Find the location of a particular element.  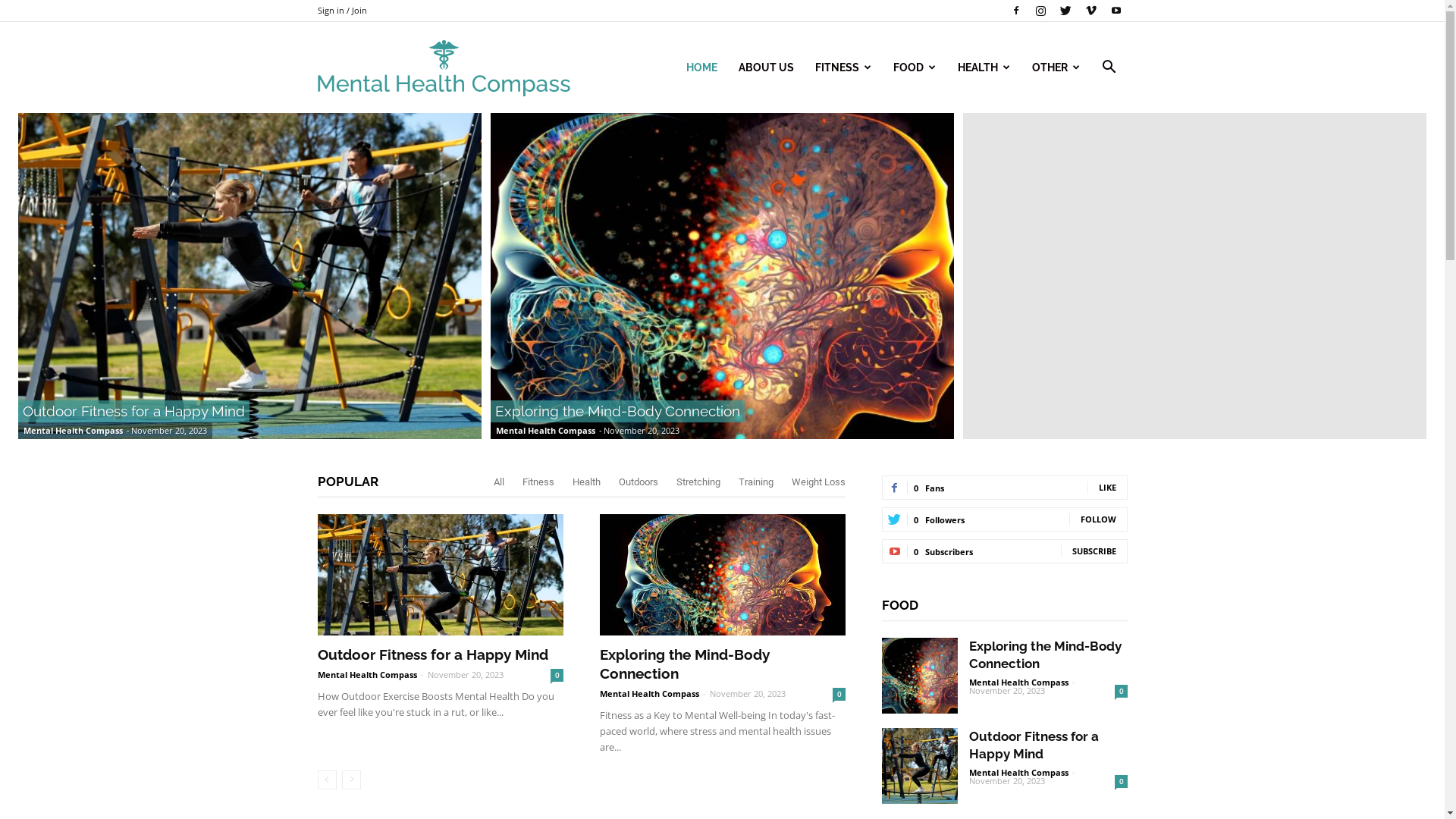

'OTHER' is located at coordinates (1020, 66).